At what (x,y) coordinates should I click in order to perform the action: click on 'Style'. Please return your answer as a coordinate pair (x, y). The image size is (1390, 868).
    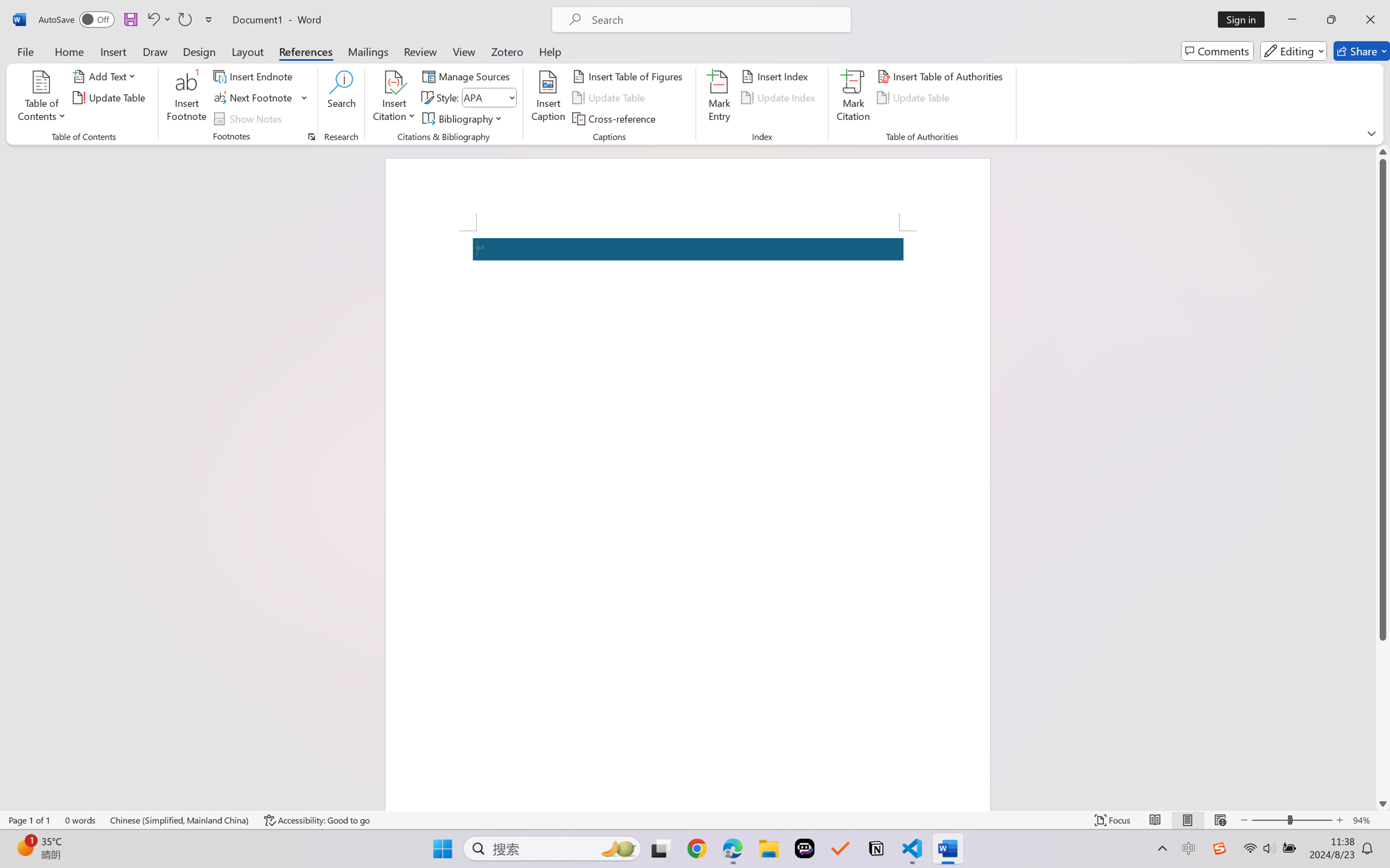
    Looking at the image, I should click on (484, 96).